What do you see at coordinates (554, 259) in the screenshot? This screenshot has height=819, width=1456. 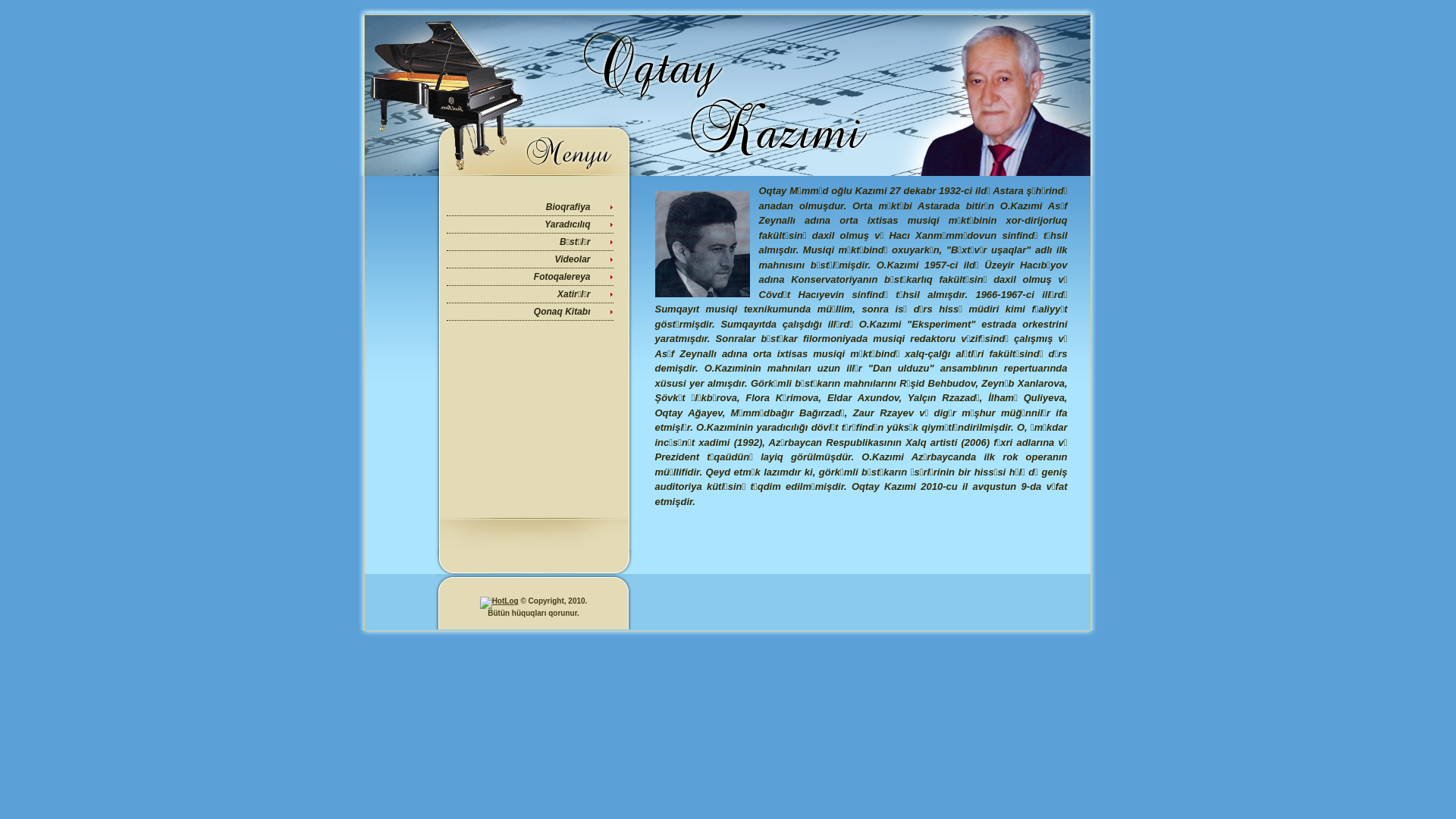 I see `'Videolar'` at bounding box center [554, 259].